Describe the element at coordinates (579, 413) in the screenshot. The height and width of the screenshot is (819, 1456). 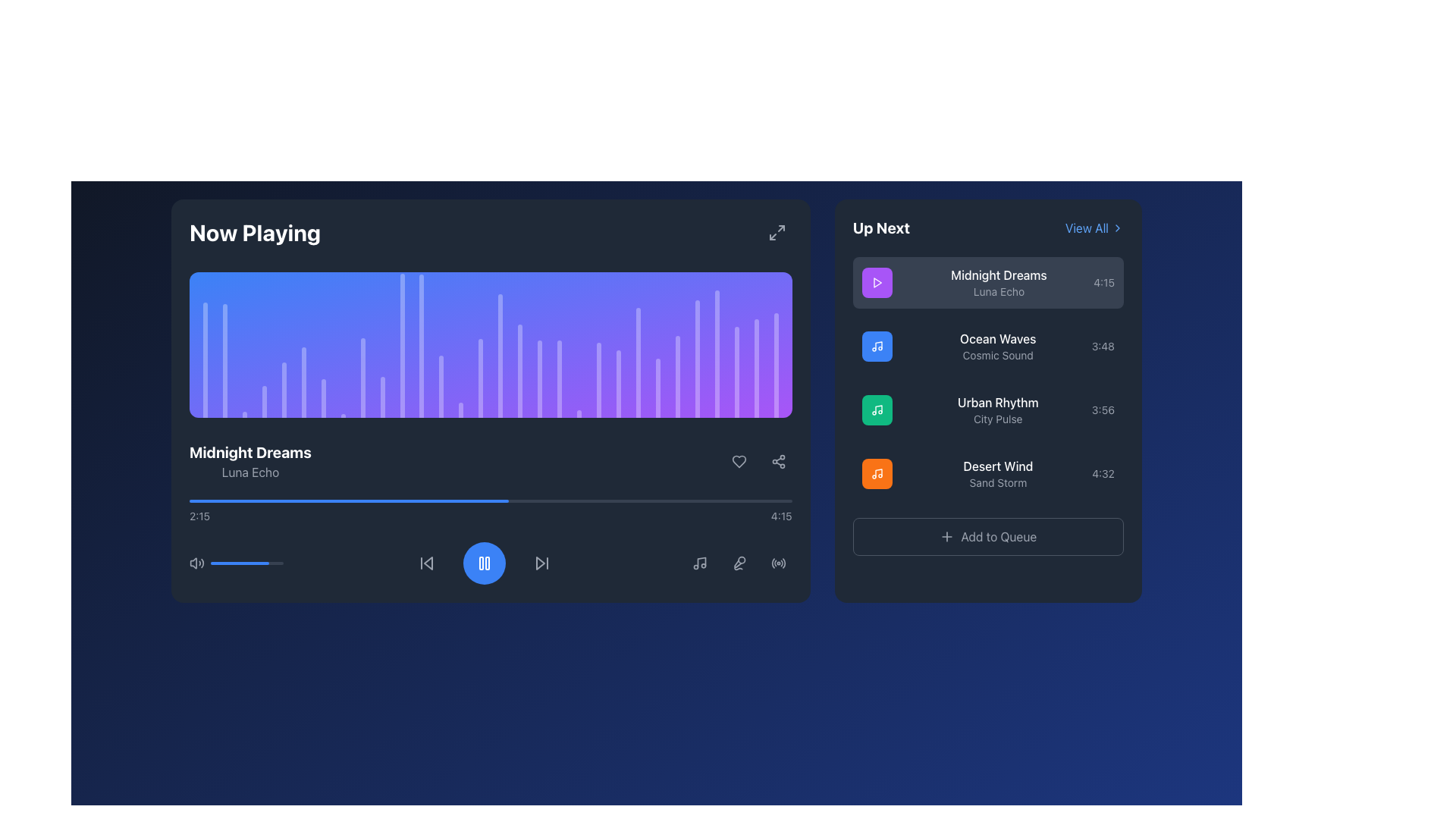
I see `the 19th vertical bar in the waveform display, which is a narrow bar with a rounded top, semi-transparent white color, and part of a series of similar bars` at that location.